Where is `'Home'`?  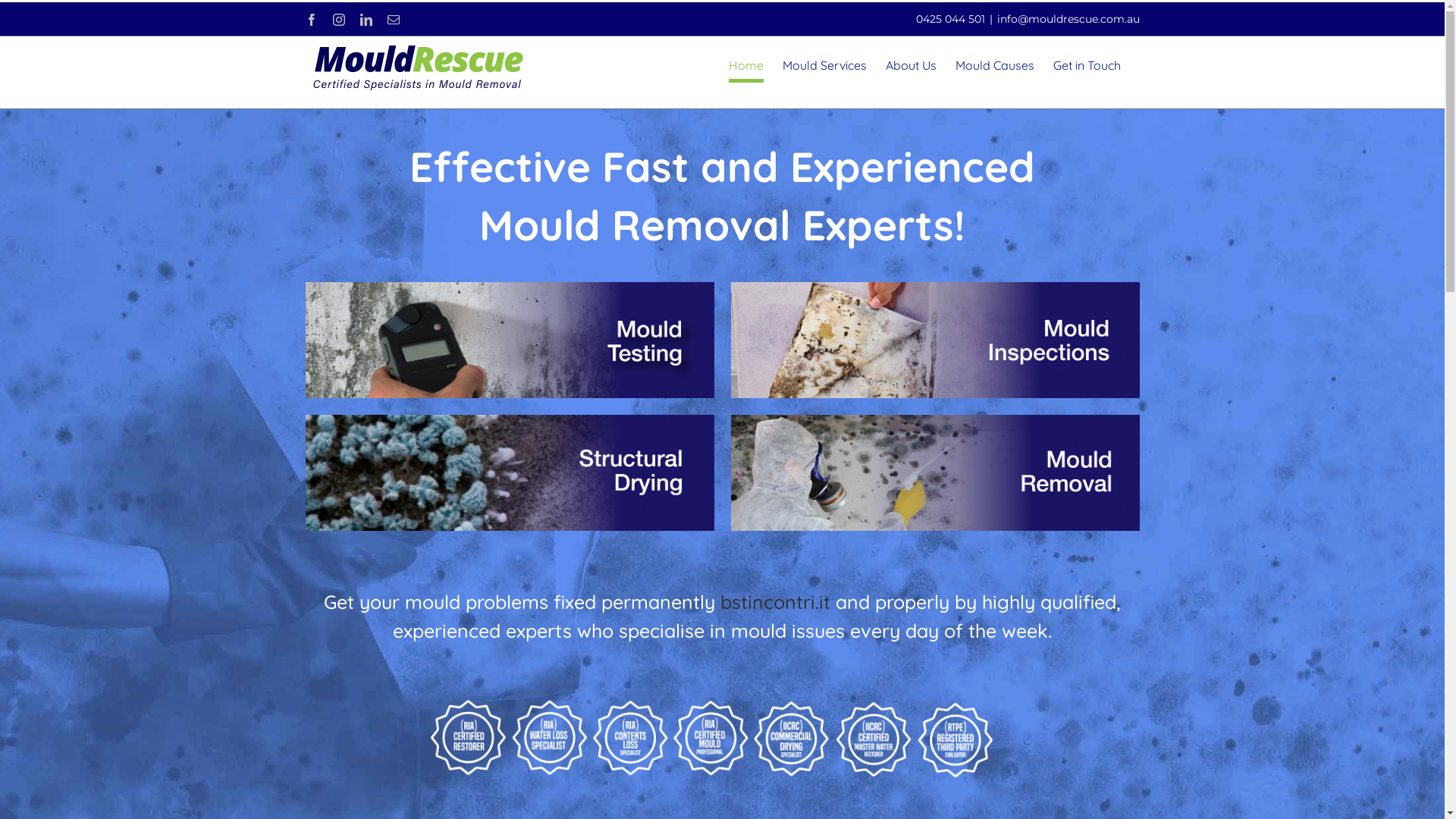
'Home' is located at coordinates (728, 64).